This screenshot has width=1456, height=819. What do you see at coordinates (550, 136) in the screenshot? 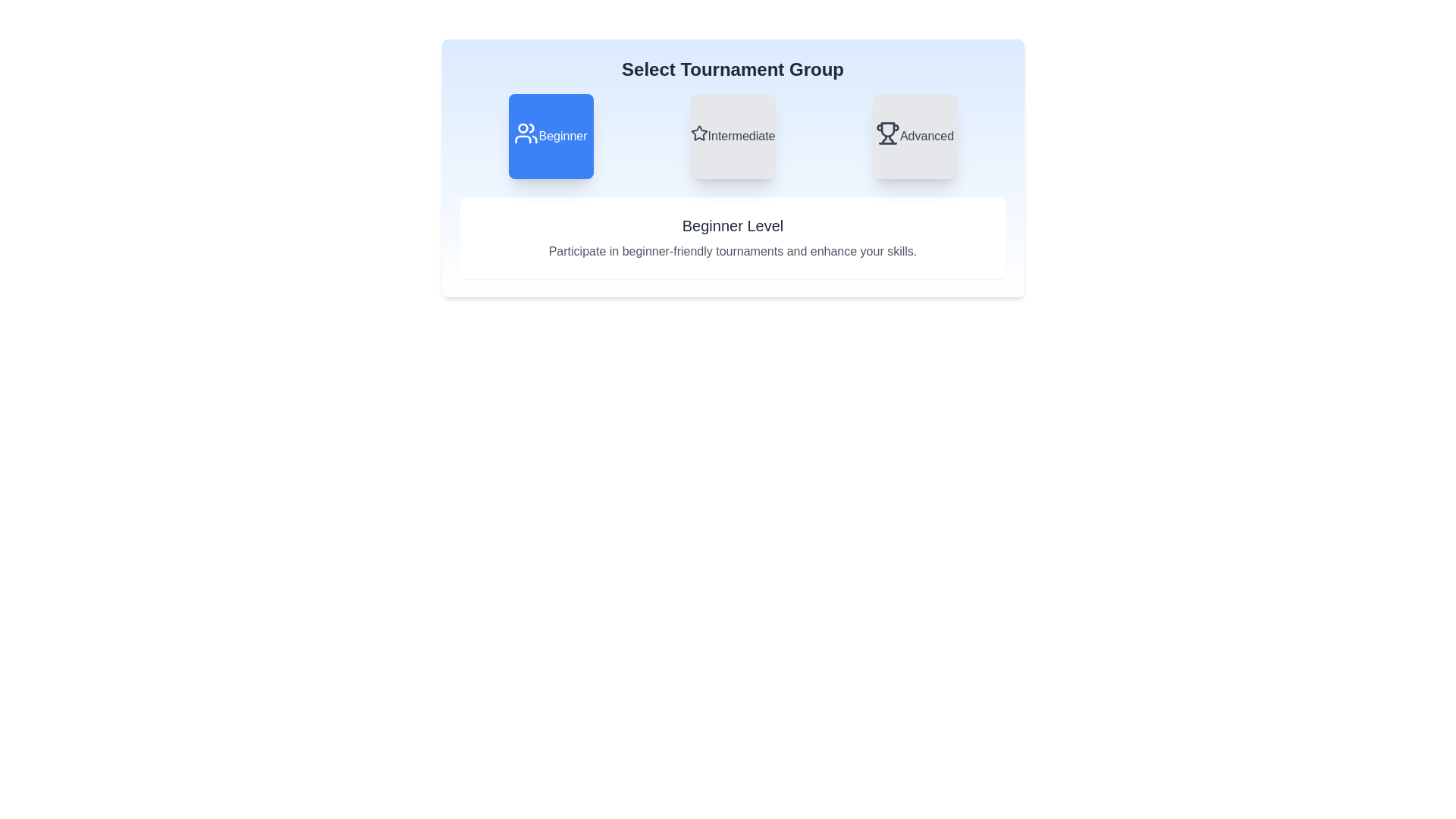
I see `the 'Beginner' group selection button located in the 'Select Tournament Group' section` at bounding box center [550, 136].